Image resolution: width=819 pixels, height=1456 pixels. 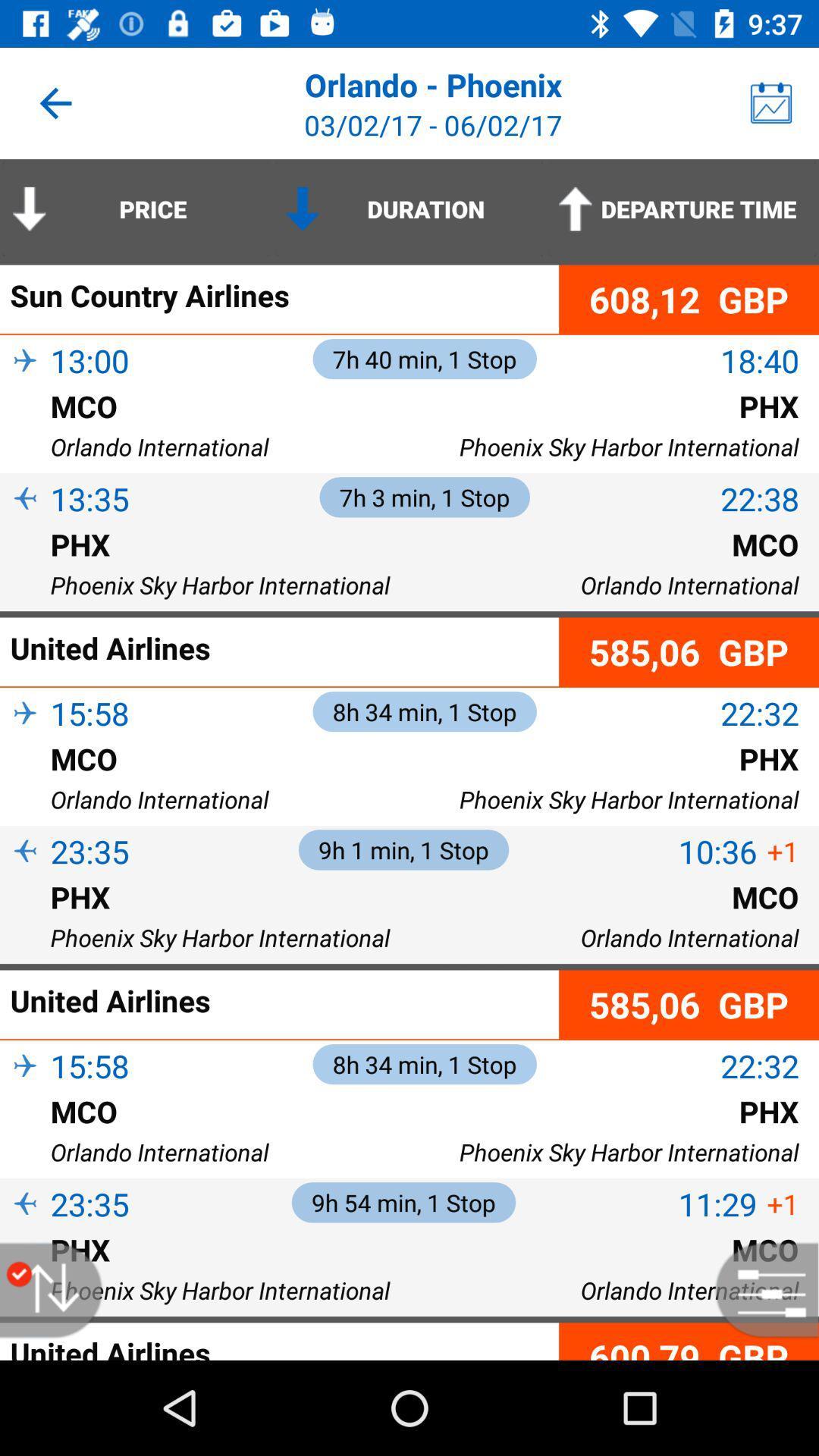 What do you see at coordinates (717, 851) in the screenshot?
I see `the item above mco icon` at bounding box center [717, 851].